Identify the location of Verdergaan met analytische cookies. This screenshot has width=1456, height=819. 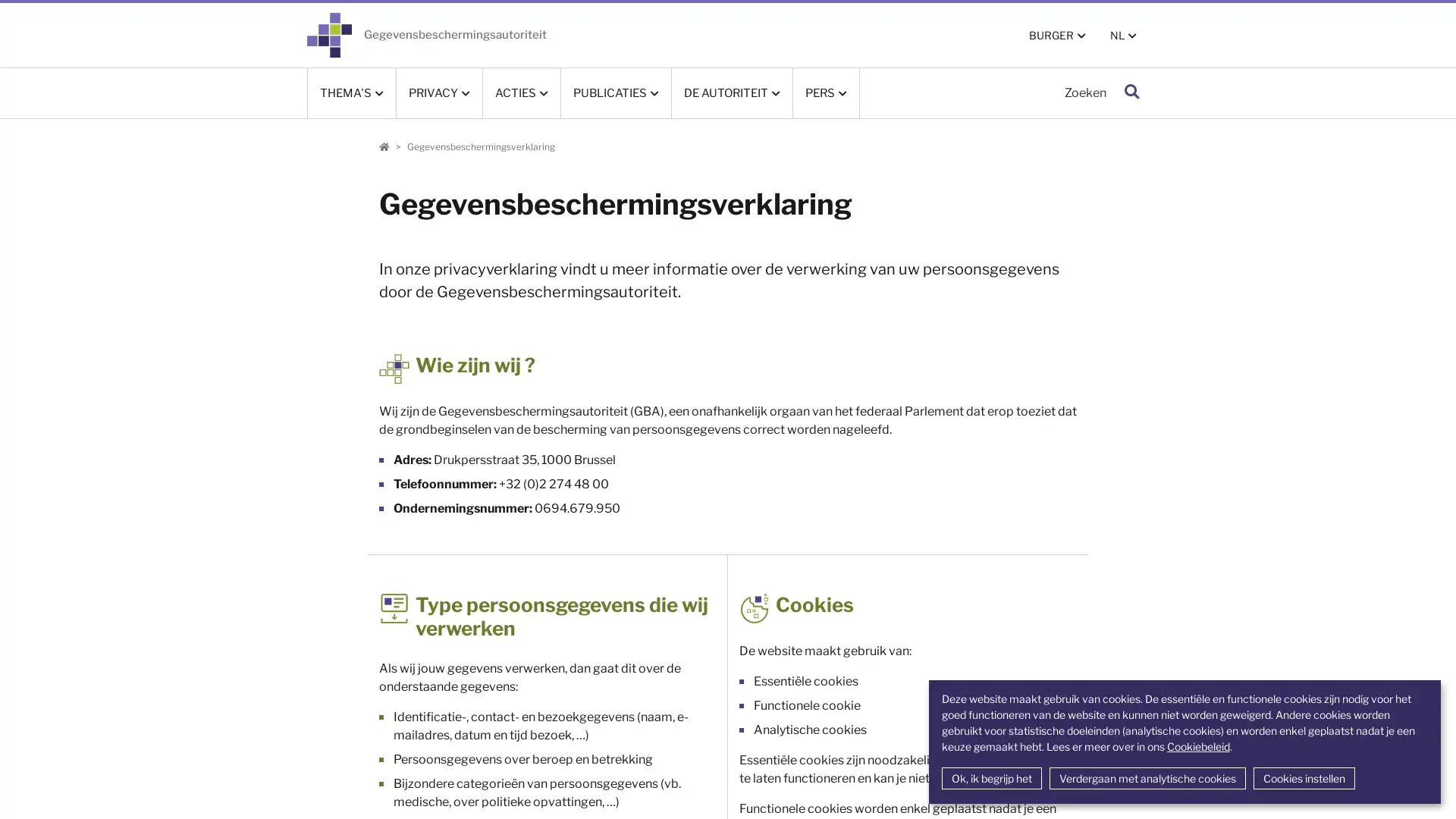
(1147, 778).